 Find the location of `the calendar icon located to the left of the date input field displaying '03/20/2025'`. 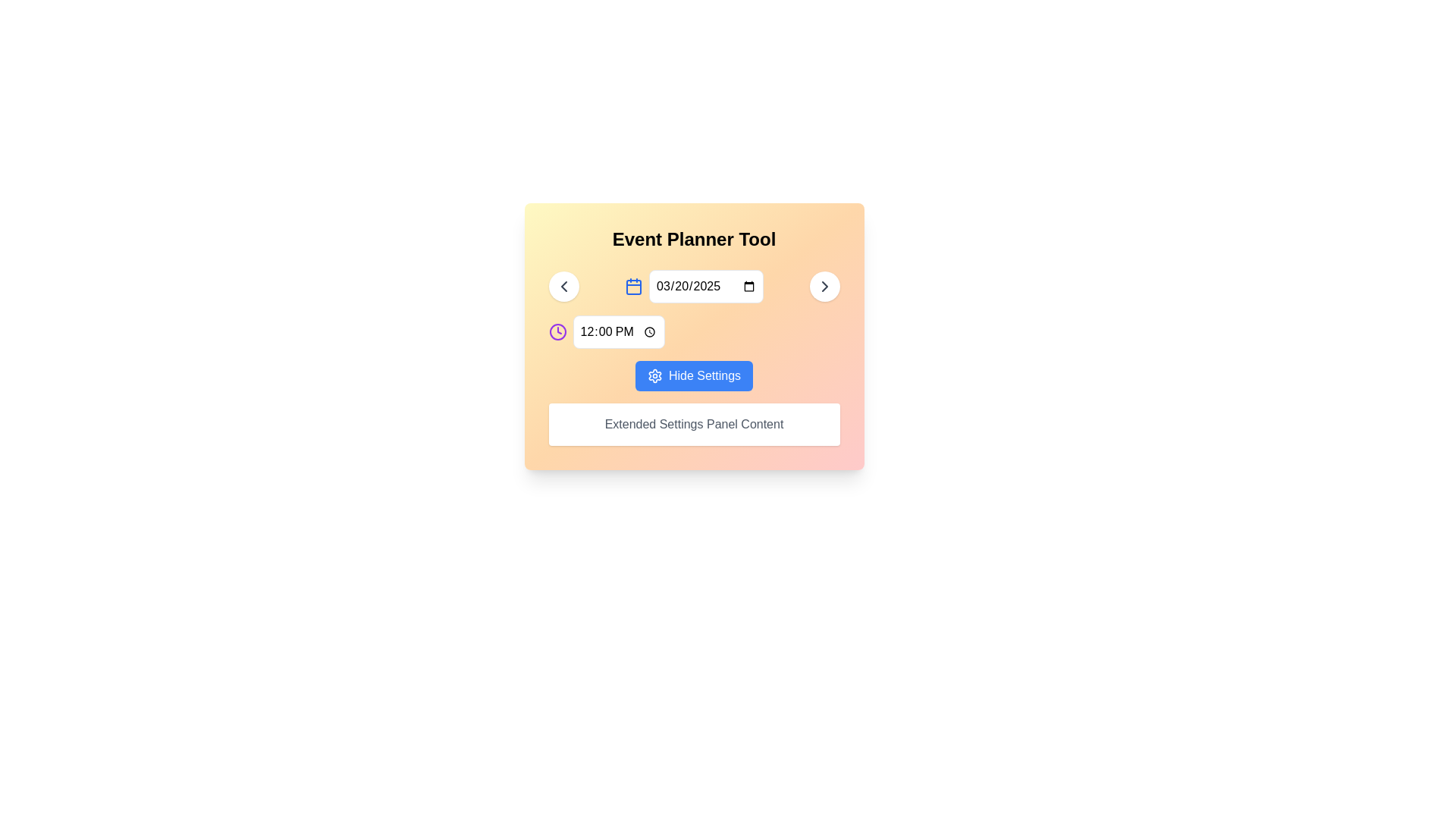

the calendar icon located to the left of the date input field displaying '03/20/2025' is located at coordinates (633, 287).